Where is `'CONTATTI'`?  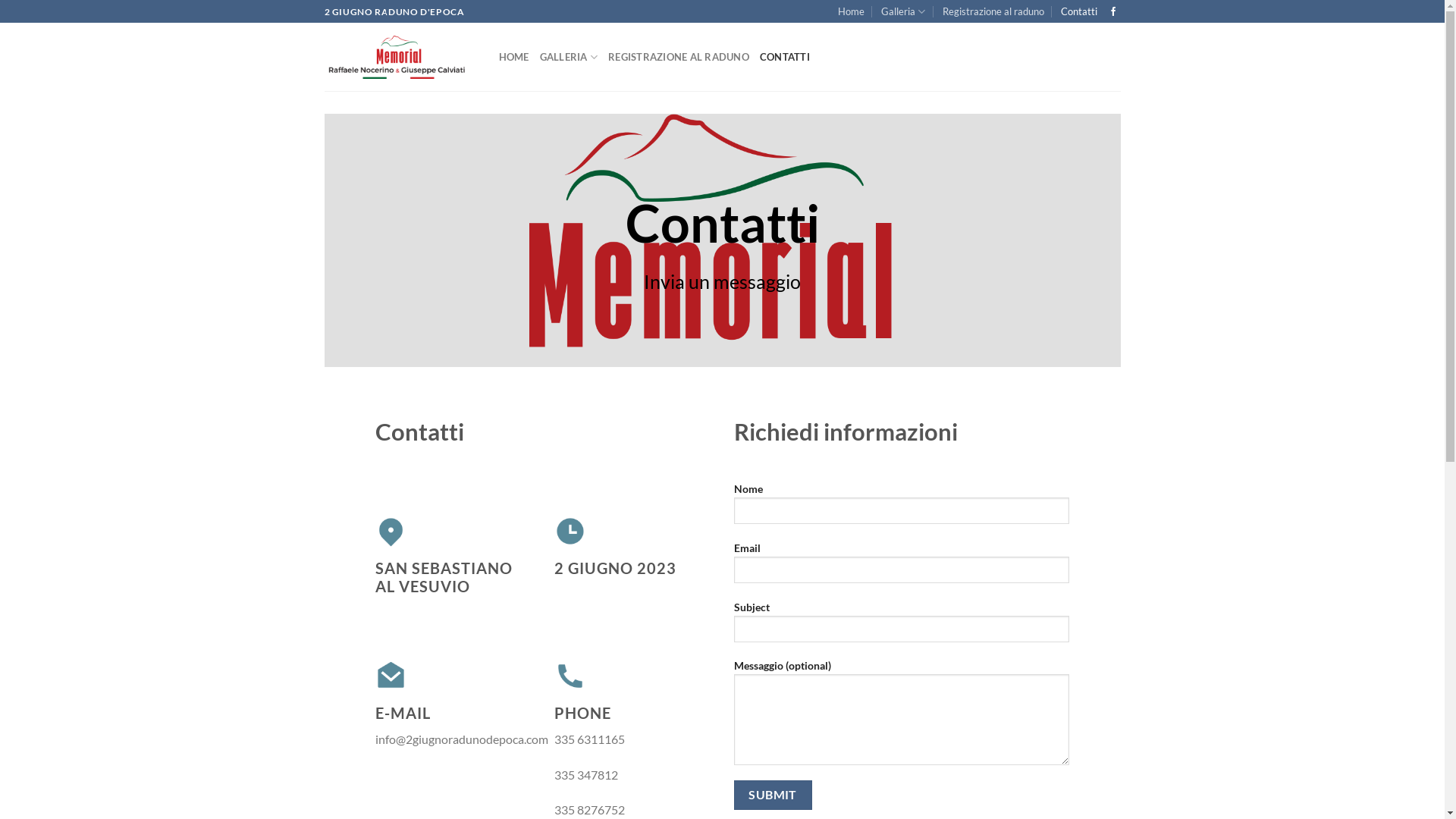 'CONTATTI' is located at coordinates (785, 55).